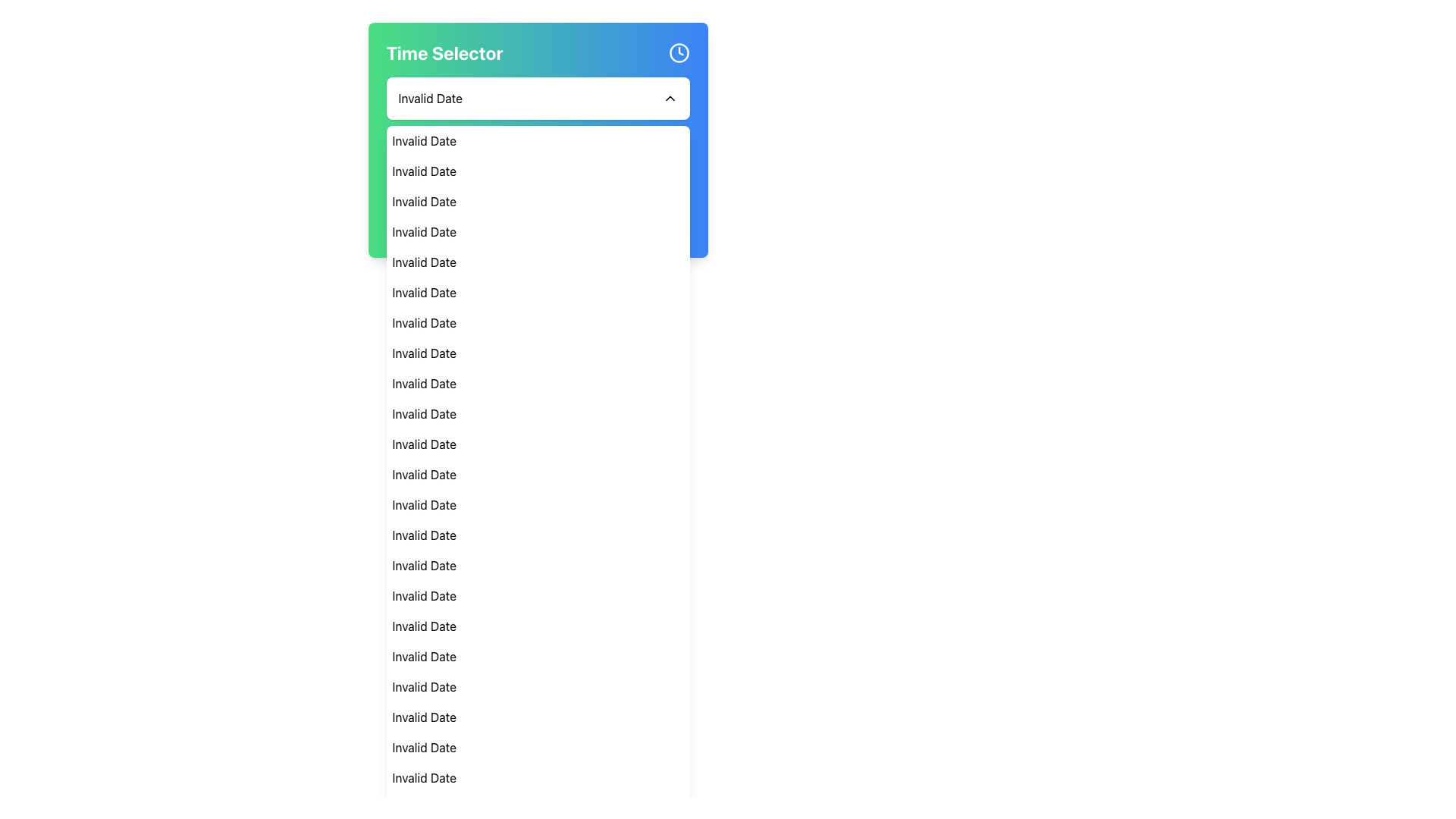  Describe the element at coordinates (442, 201) in the screenshot. I see `the 'Invalid Date' button-like interactive text item in the dropdown menu labeled 'Time Selector'` at that location.